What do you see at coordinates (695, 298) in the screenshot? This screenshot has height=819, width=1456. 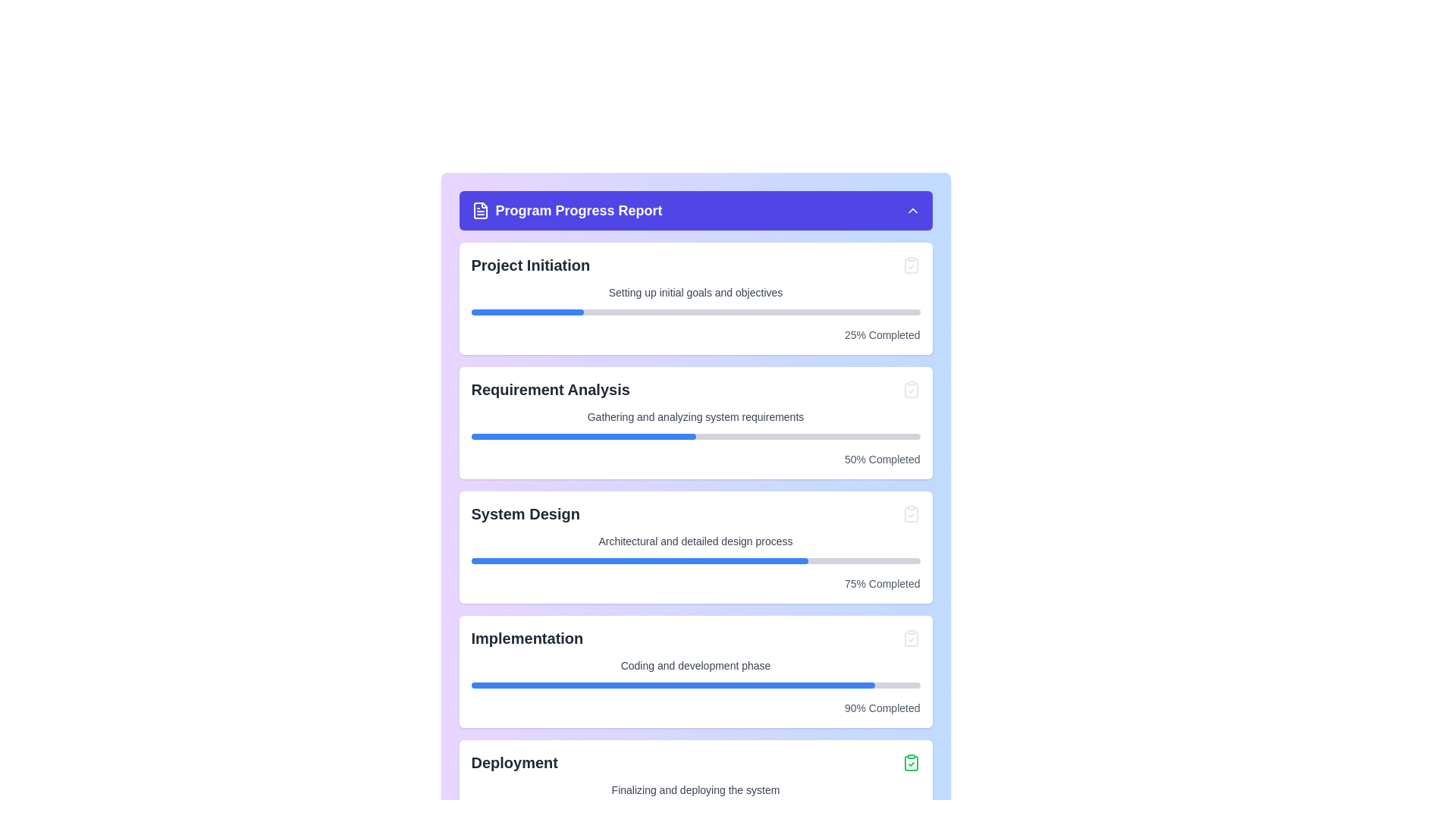 I see `the completion percentage of the Progress Card labeled 'Project Initiation' located at the top of the list of cards under the 'Program Progress Report' header` at bounding box center [695, 298].